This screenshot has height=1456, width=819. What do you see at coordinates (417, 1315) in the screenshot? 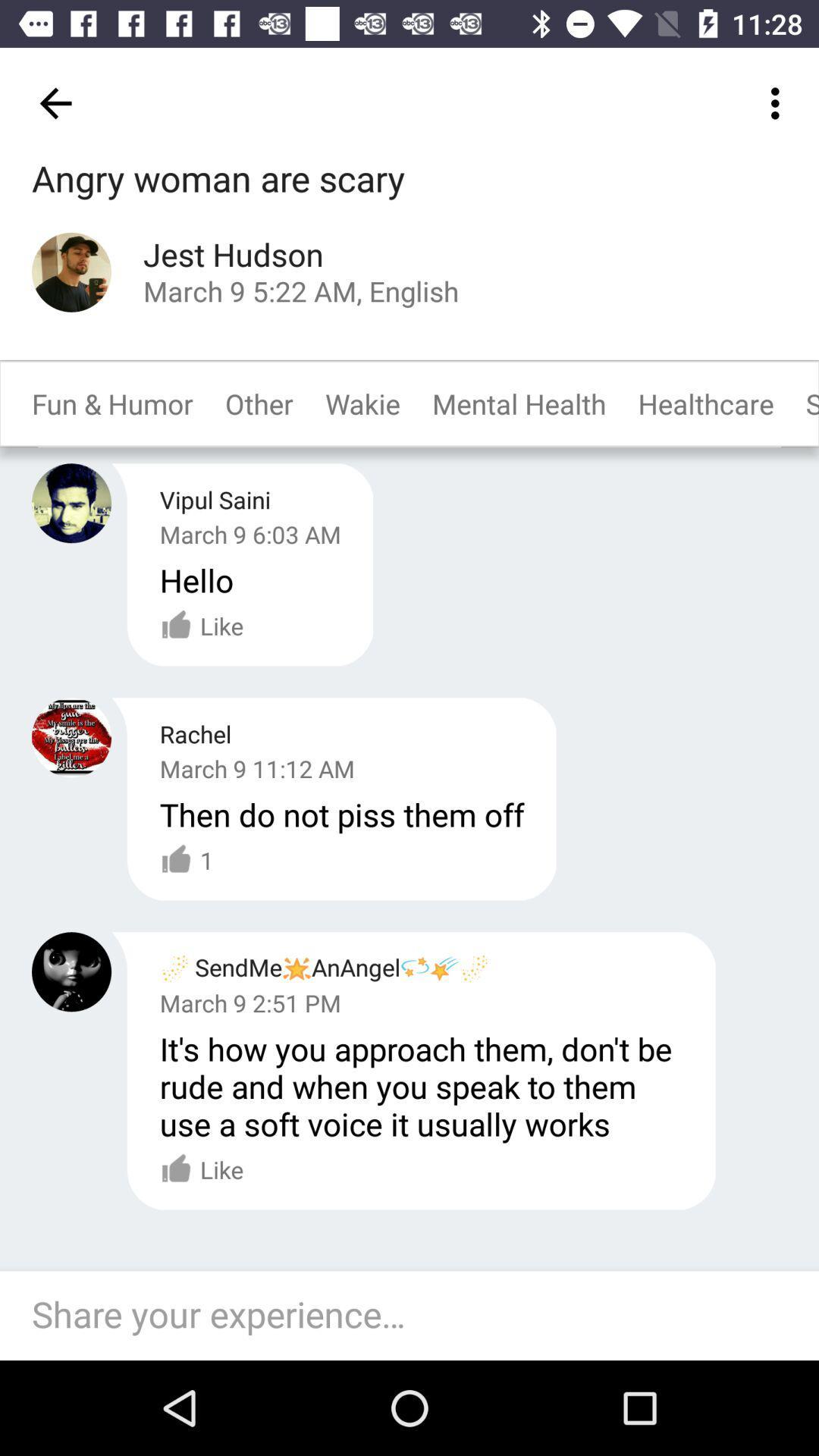
I see `share the article` at bounding box center [417, 1315].